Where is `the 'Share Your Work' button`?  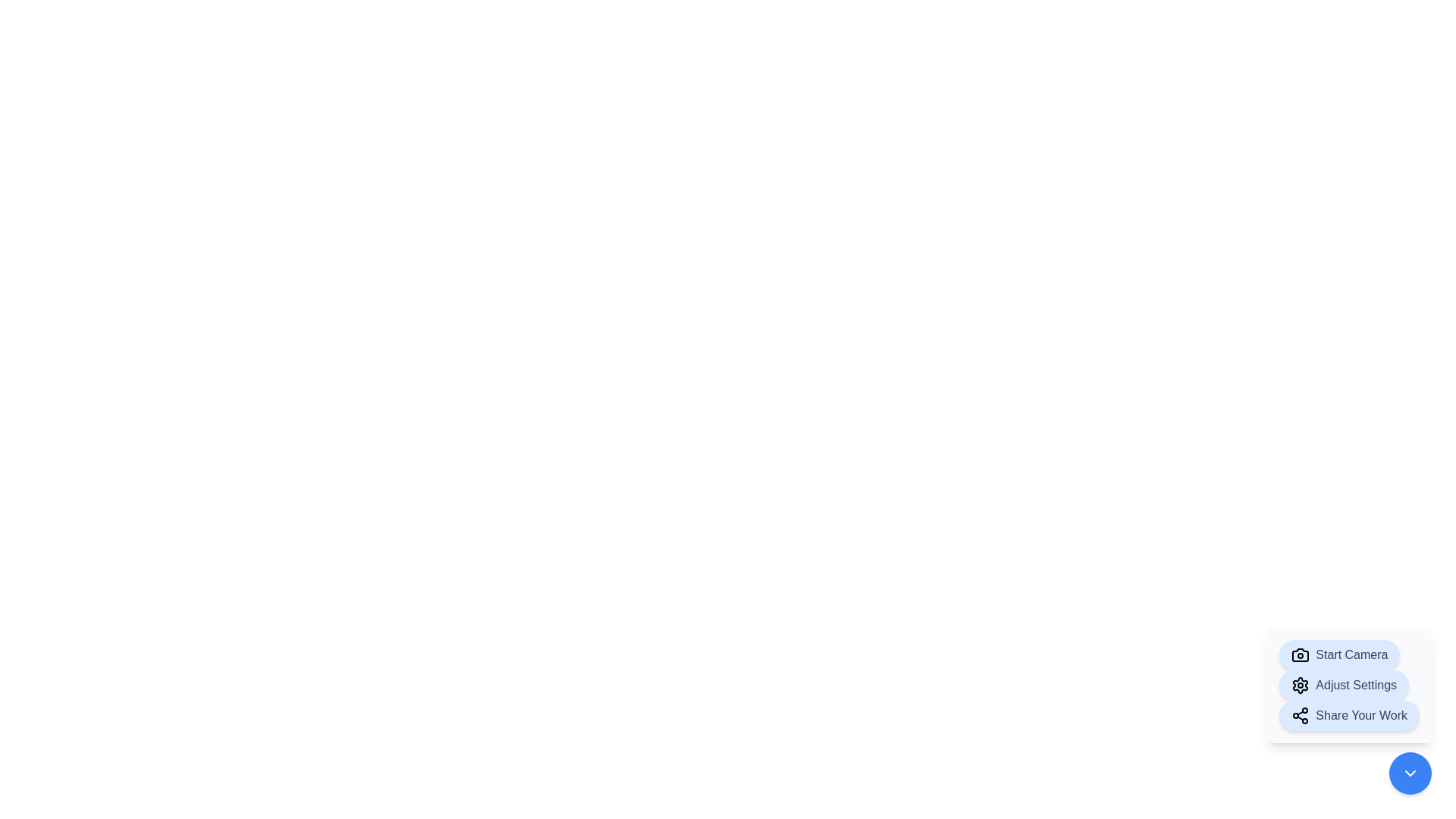 the 'Share Your Work' button is located at coordinates (1349, 716).